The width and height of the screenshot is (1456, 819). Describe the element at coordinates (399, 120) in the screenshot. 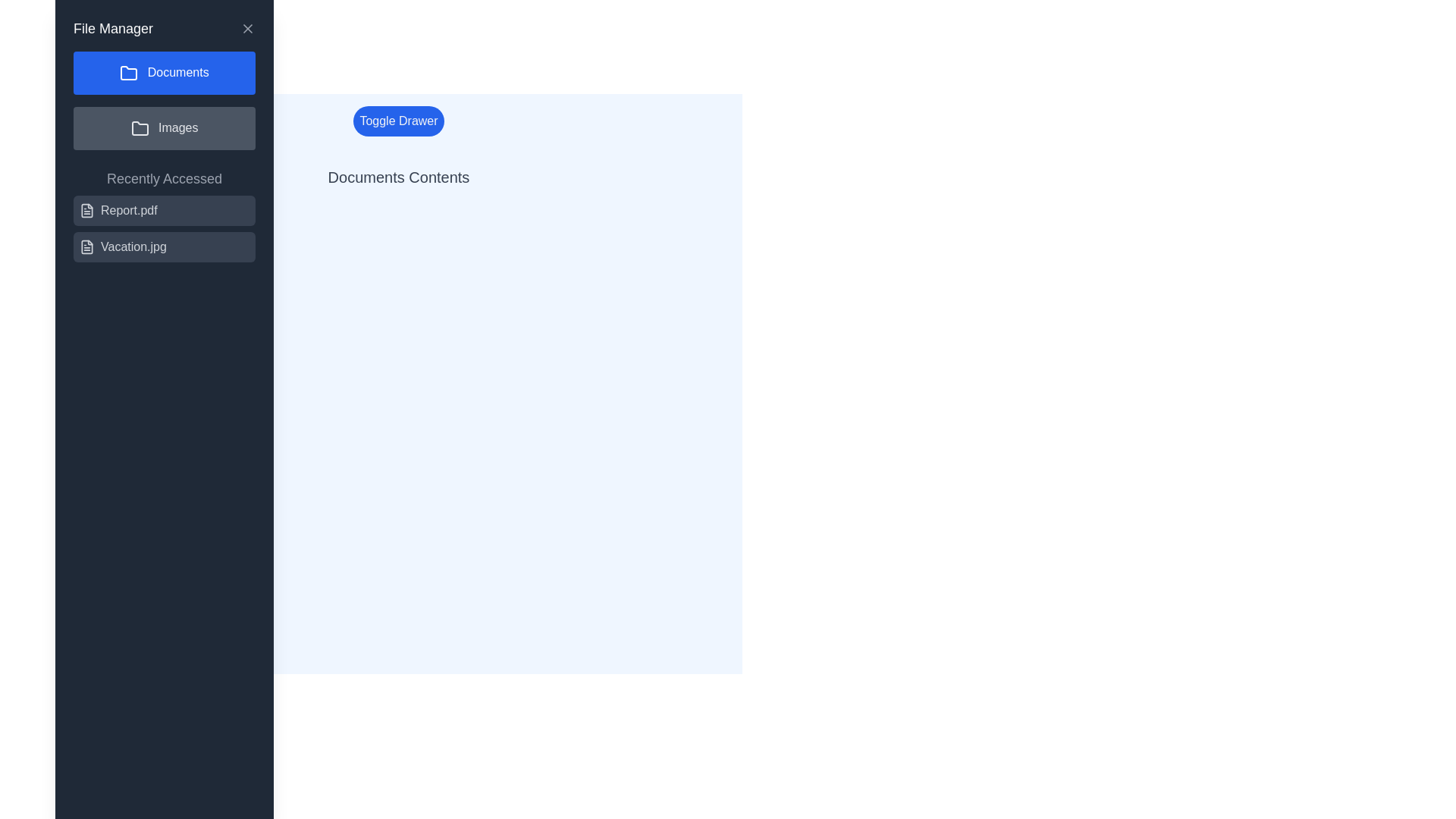

I see `the button located near the top right of the main content area, aligned with the title 'Documents Contents'` at that location.